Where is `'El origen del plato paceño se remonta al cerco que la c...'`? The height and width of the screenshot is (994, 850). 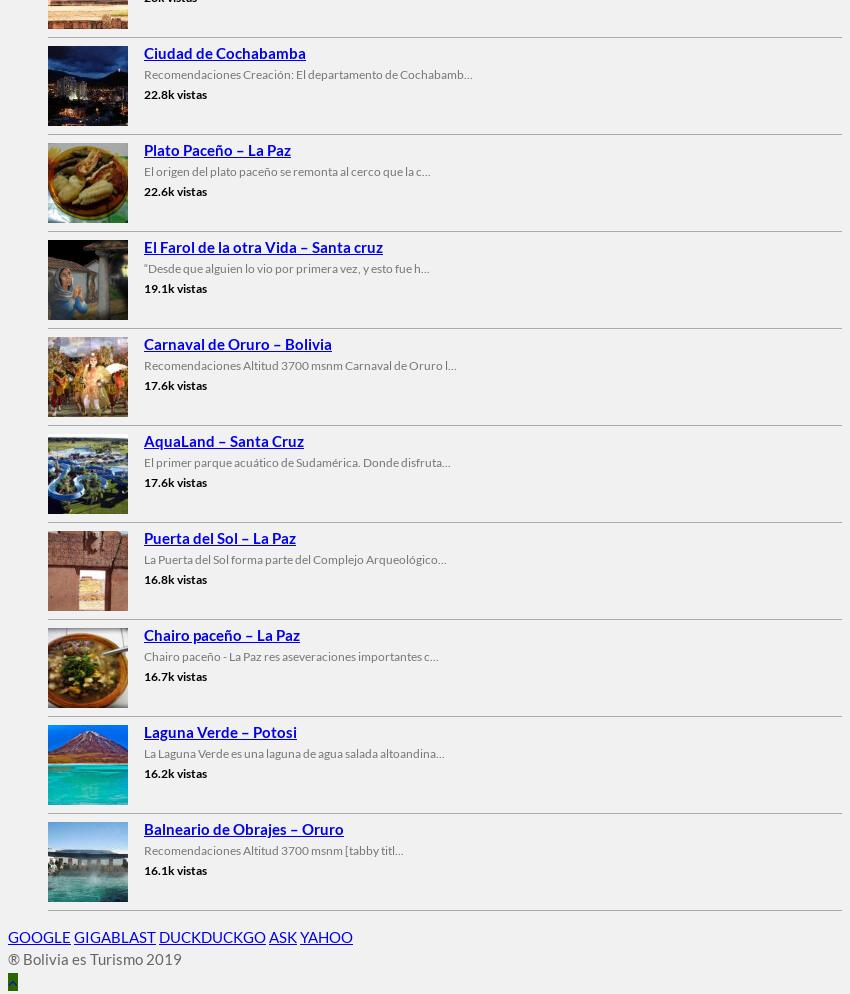 'El origen del plato paceño se remonta al cerco que la c...' is located at coordinates (286, 170).